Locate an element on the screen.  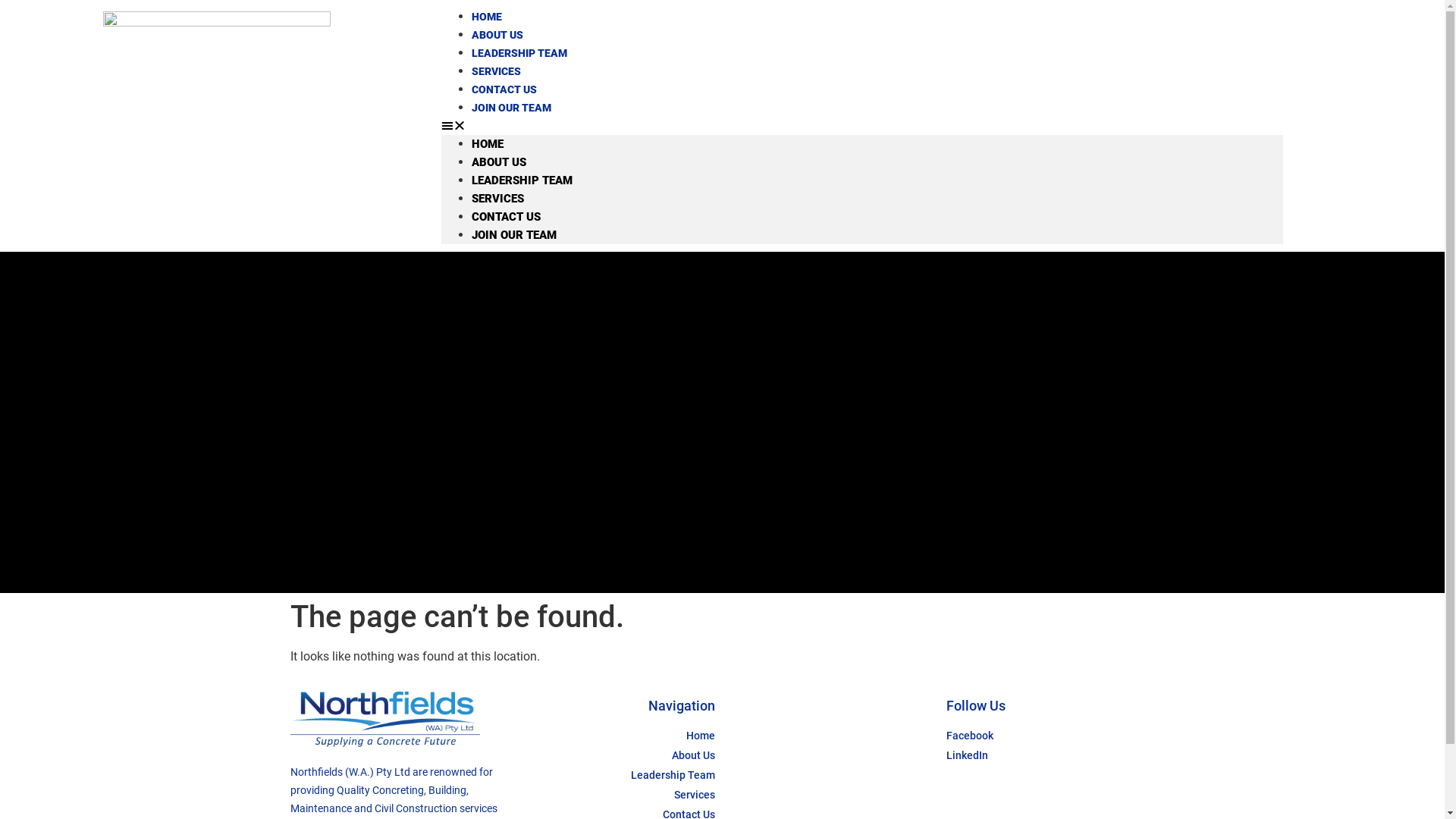
'LinkedIn' is located at coordinates (1046, 755).